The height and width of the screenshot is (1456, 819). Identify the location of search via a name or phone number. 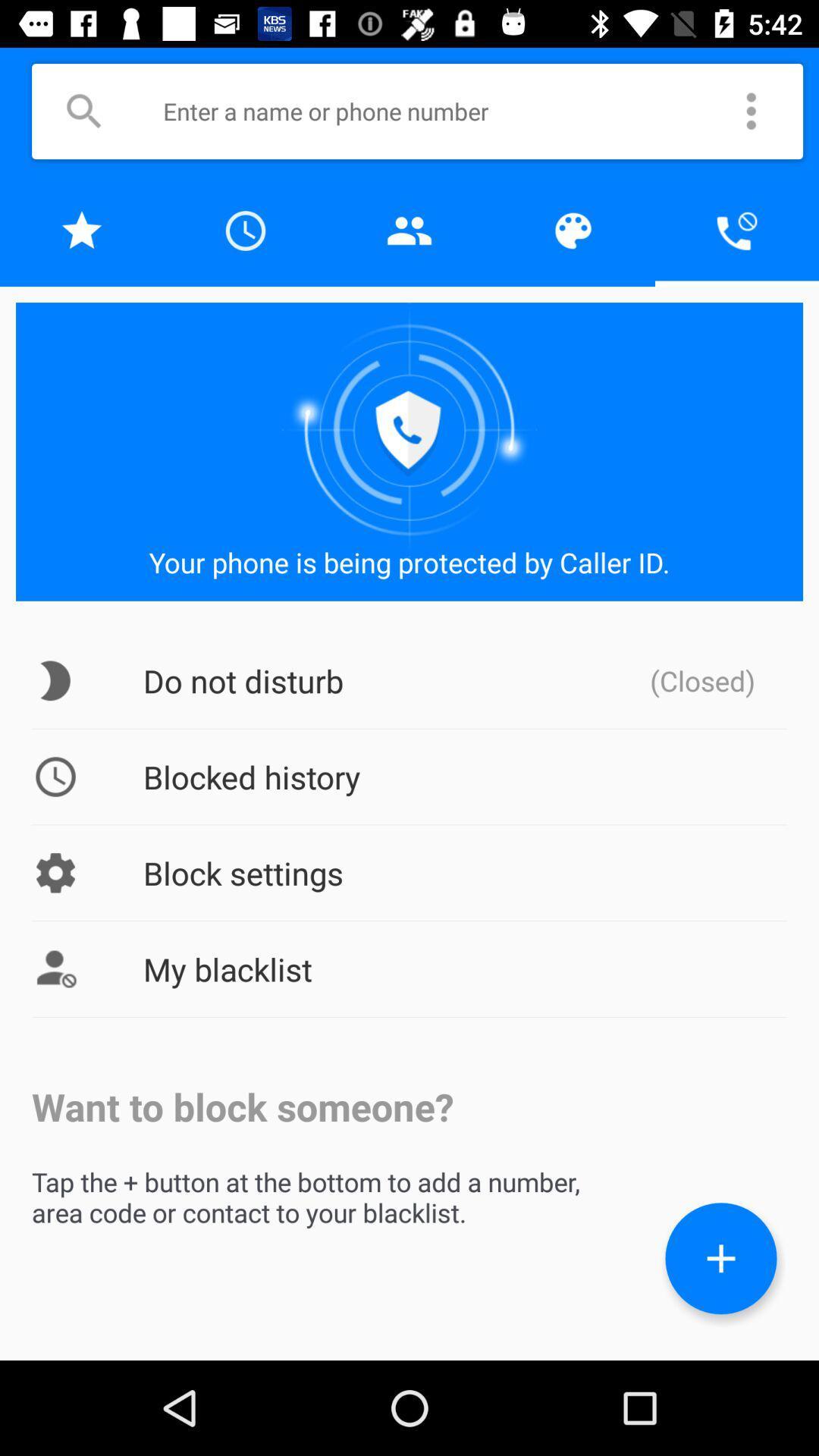
(439, 110).